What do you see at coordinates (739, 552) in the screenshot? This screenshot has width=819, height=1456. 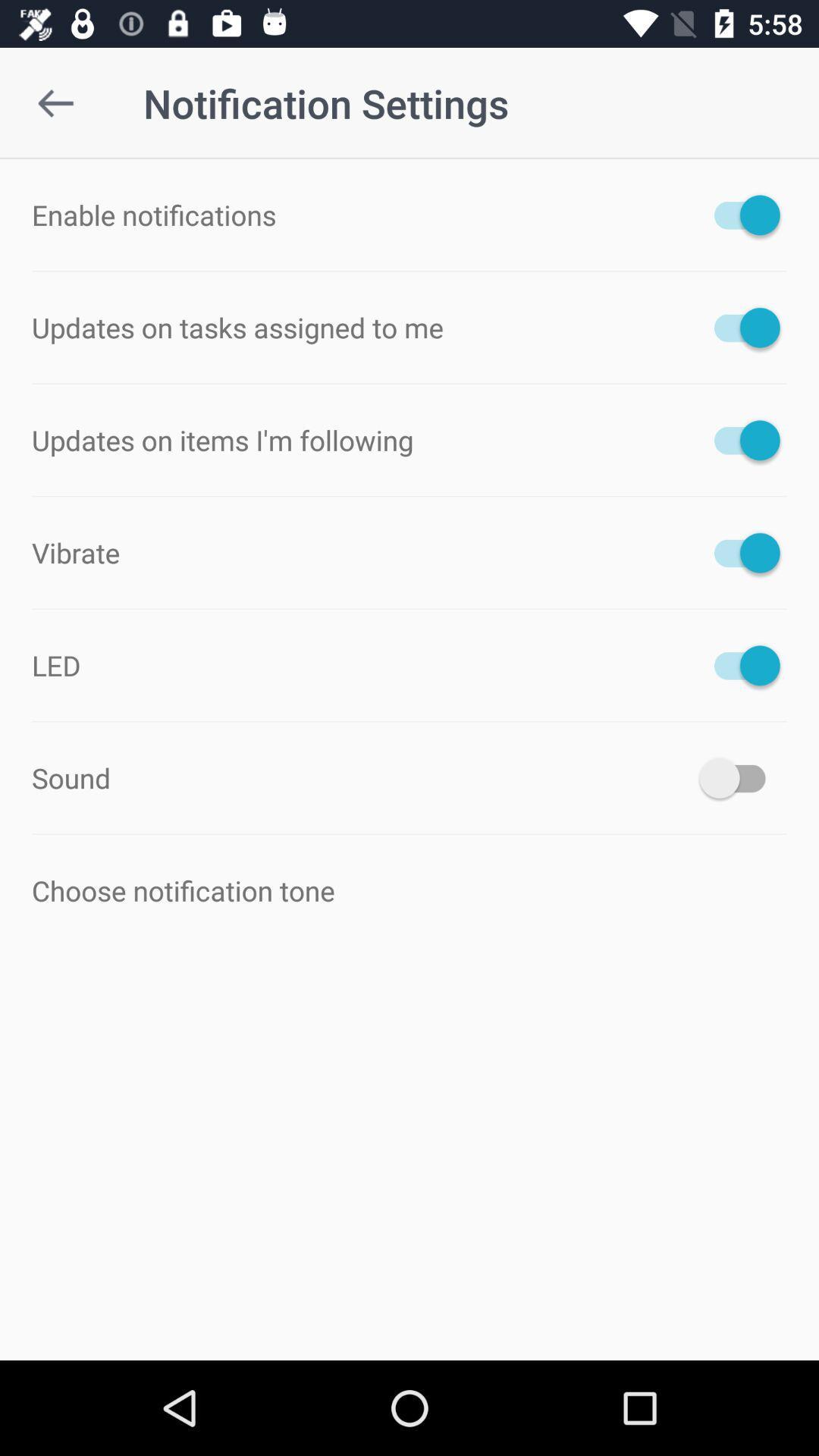 I see `item to the right of the vibrate item` at bounding box center [739, 552].